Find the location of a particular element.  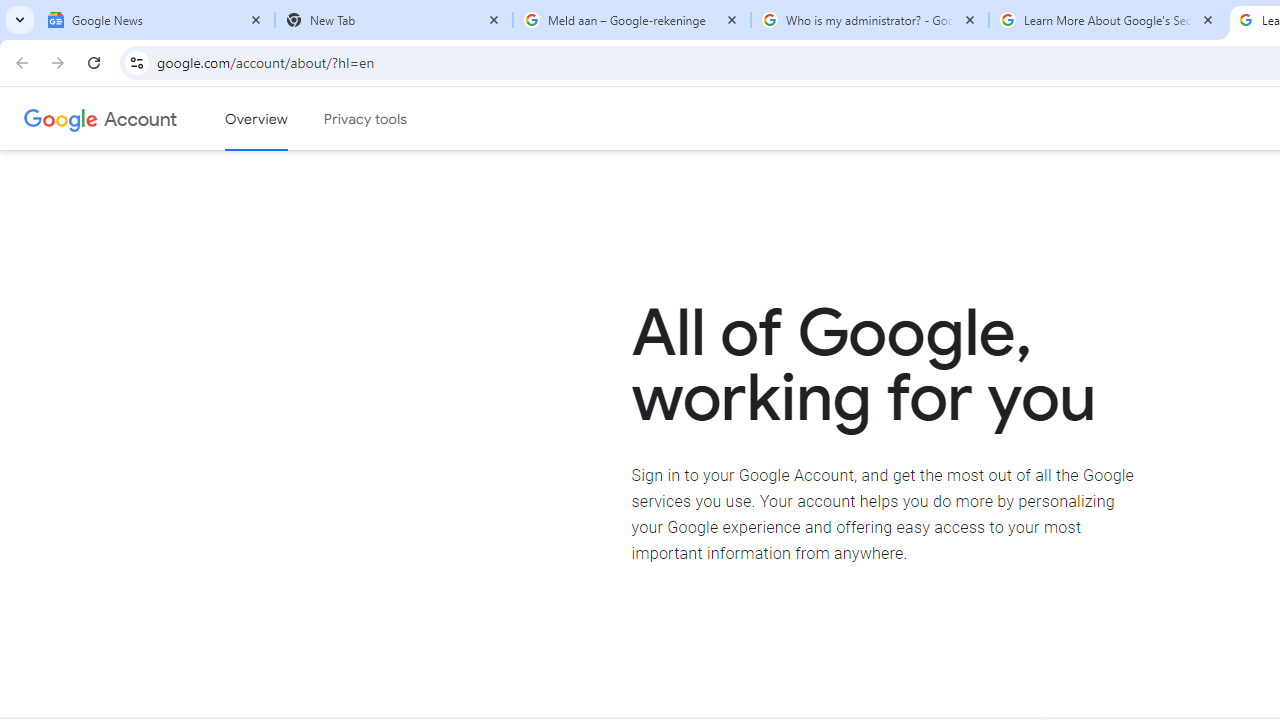

'Google Account overview' is located at coordinates (255, 119).